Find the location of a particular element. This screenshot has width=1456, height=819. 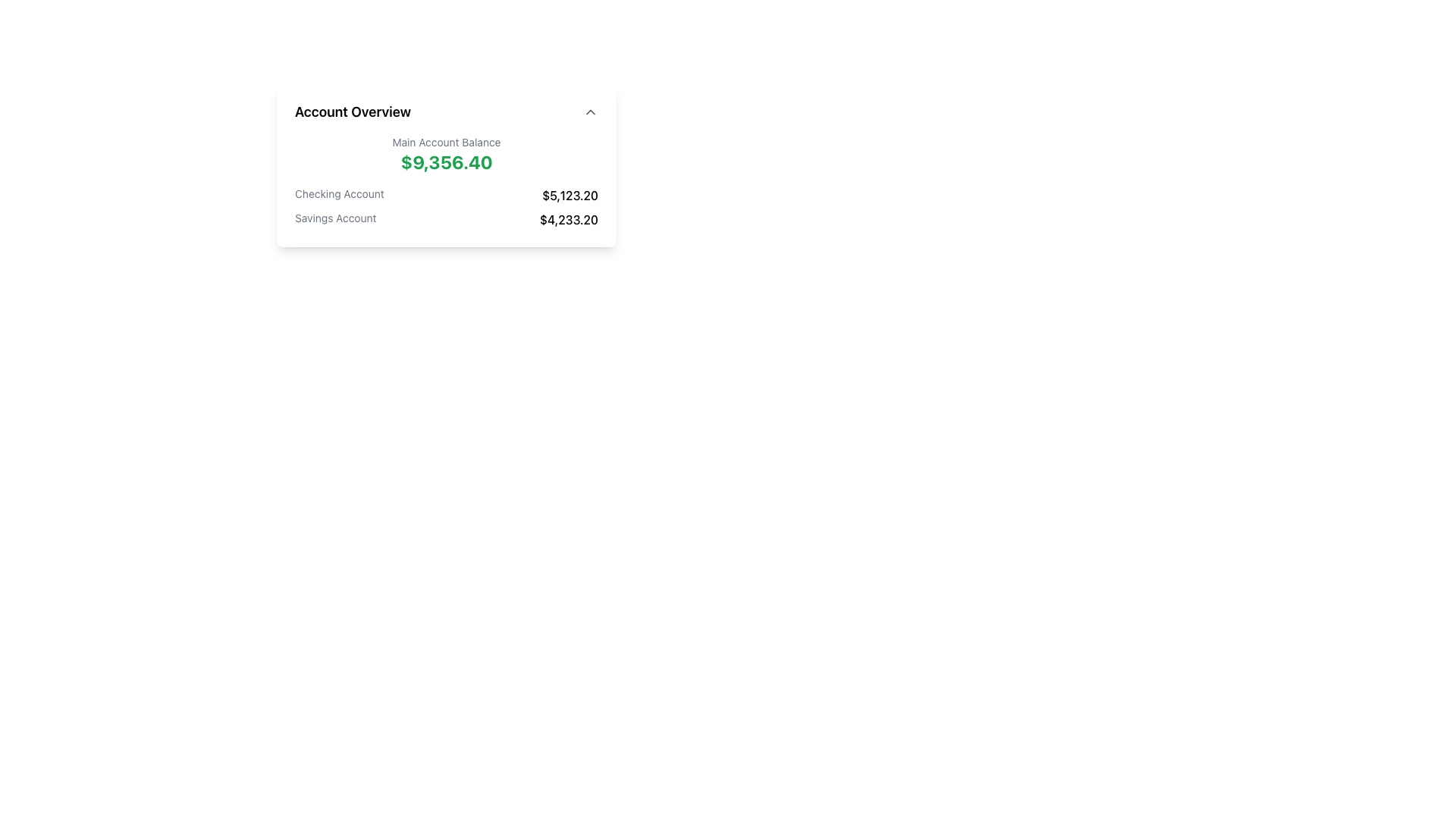

the text displaying the current balance of the savings account located in the 'Savings Account' section on the right side of the layout is located at coordinates (568, 219).